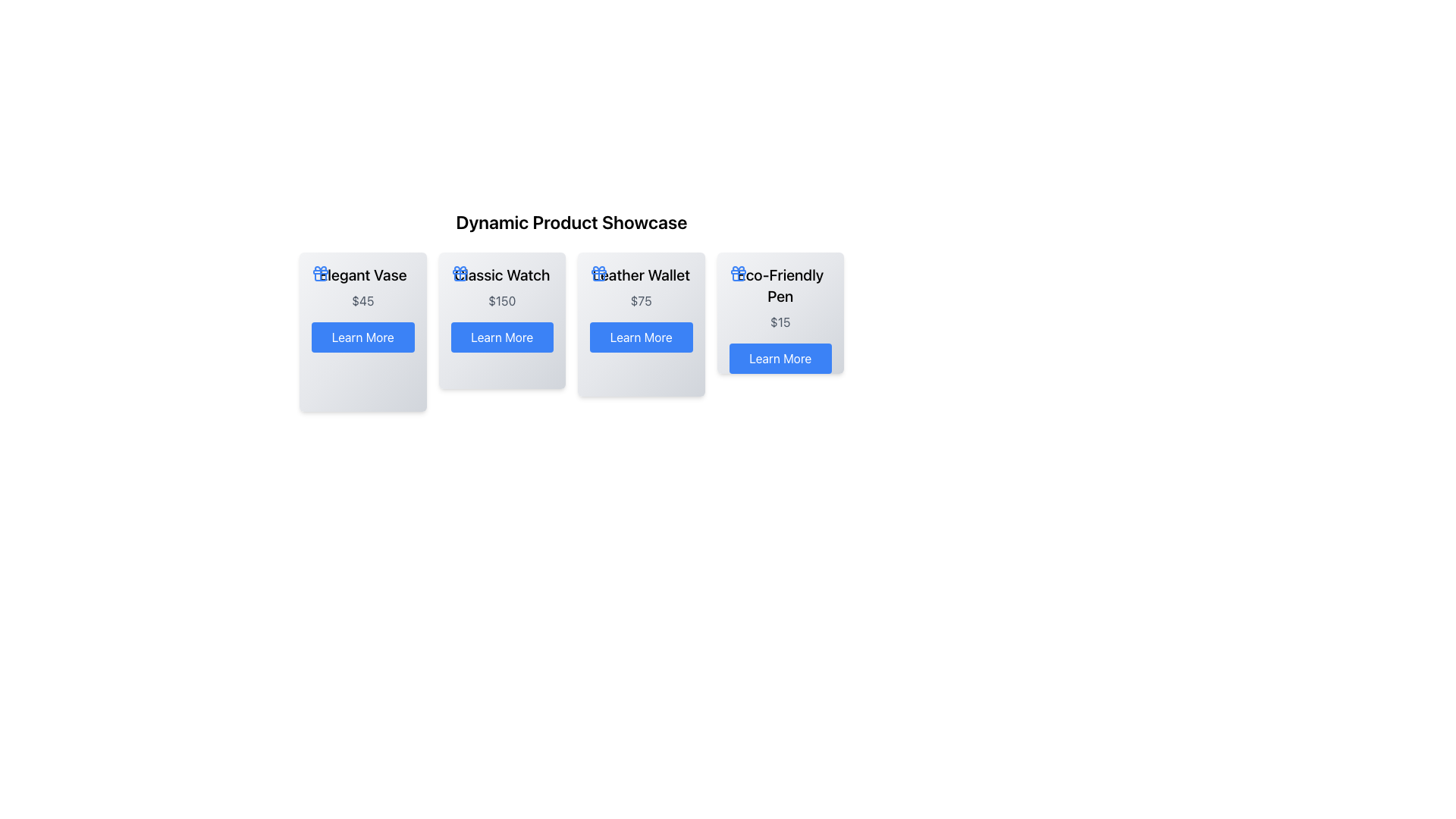 The width and height of the screenshot is (1456, 819). What do you see at coordinates (780, 321) in the screenshot?
I see `the price text label displaying '$15' for the 'Eco-Friendly Pen' product, which is styled in gray and positioned below the product title and above the 'Learn More' button` at bounding box center [780, 321].